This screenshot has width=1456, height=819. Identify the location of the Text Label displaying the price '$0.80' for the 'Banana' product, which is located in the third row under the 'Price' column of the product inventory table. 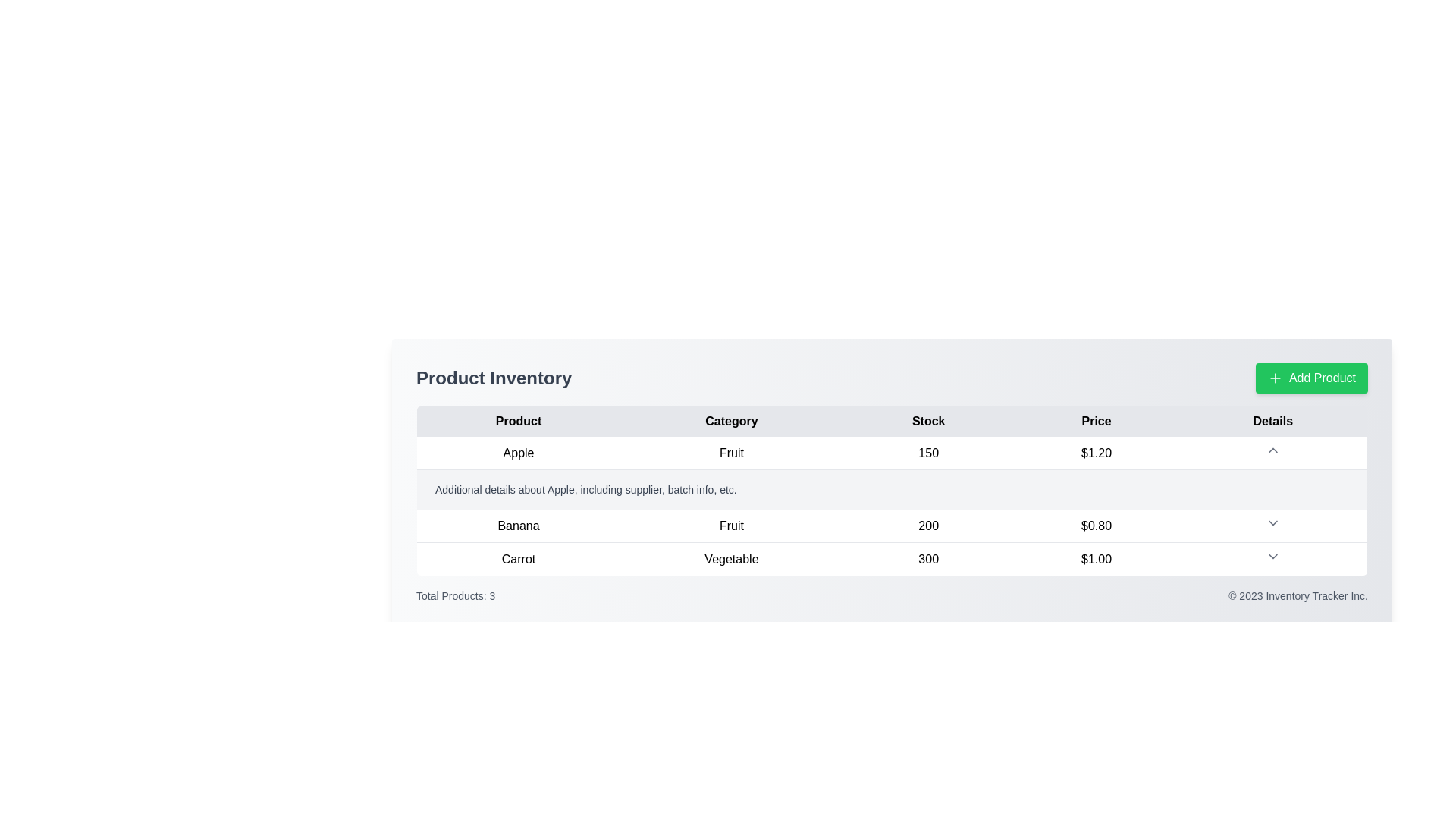
(1097, 525).